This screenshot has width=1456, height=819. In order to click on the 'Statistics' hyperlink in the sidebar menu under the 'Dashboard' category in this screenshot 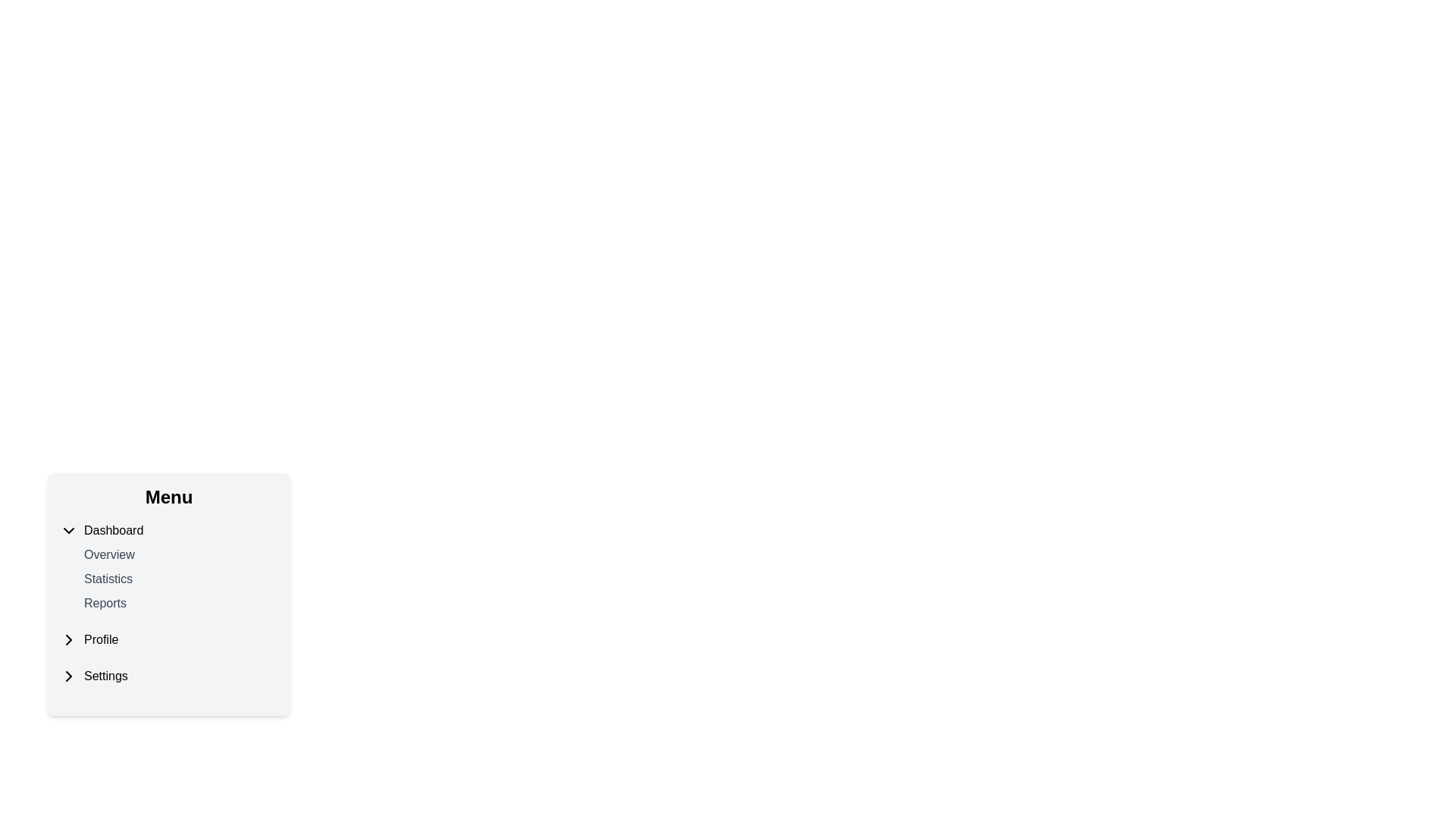, I will do `click(108, 579)`.